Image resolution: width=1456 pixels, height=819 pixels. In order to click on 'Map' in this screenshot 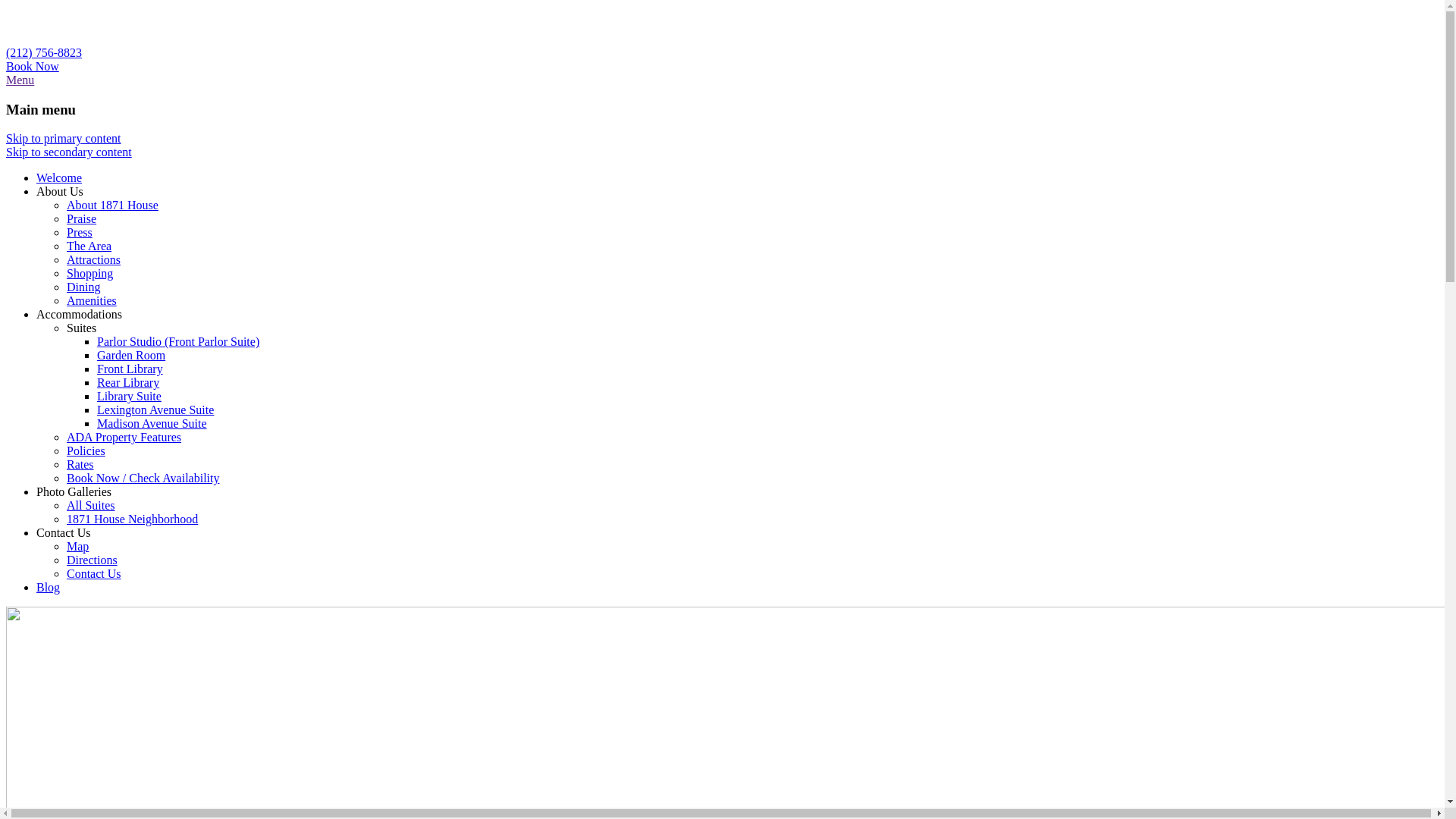, I will do `click(65, 546)`.